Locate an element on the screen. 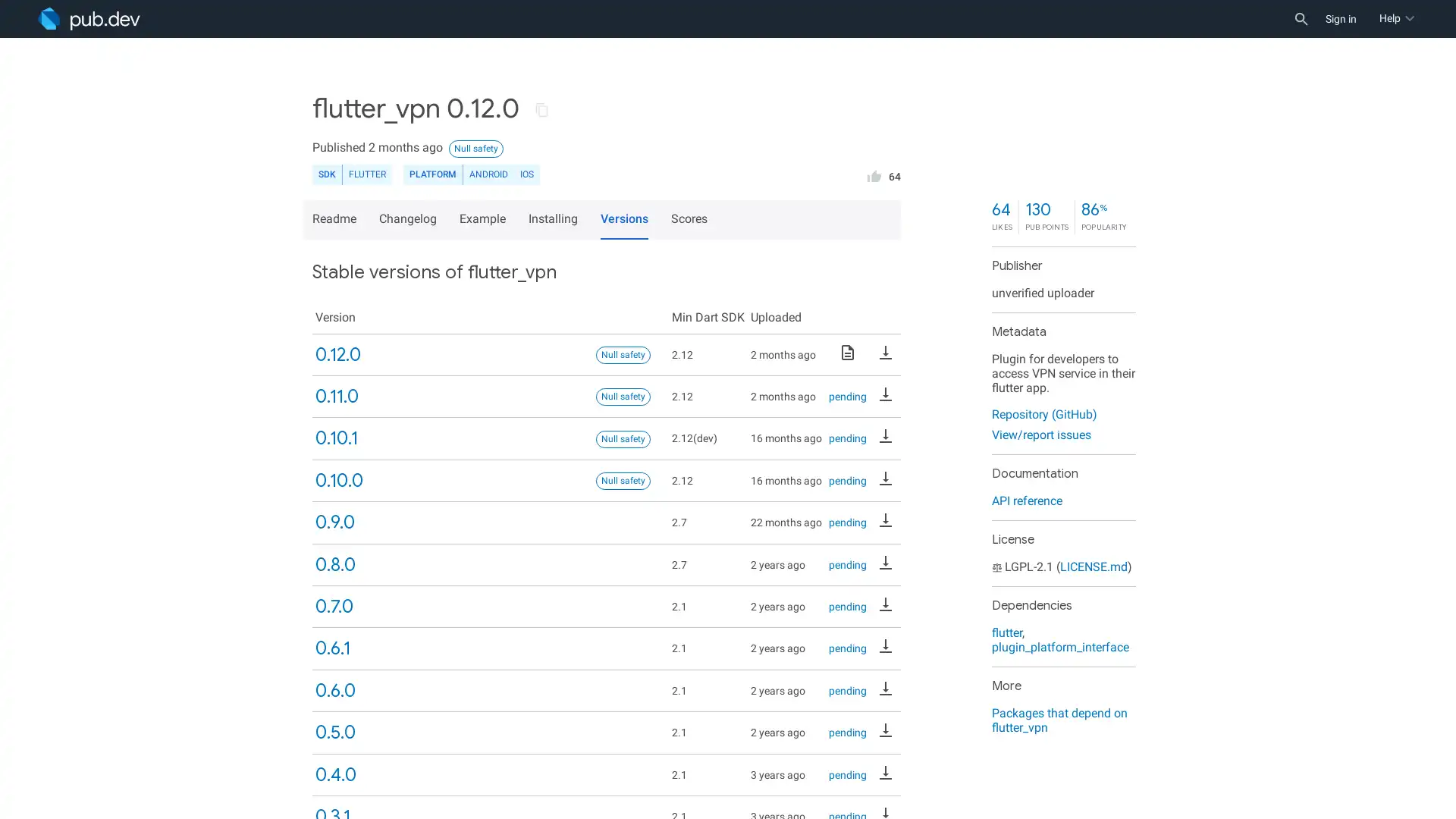 The width and height of the screenshot is (1456, 819). Scores is located at coordinates (691, 219).